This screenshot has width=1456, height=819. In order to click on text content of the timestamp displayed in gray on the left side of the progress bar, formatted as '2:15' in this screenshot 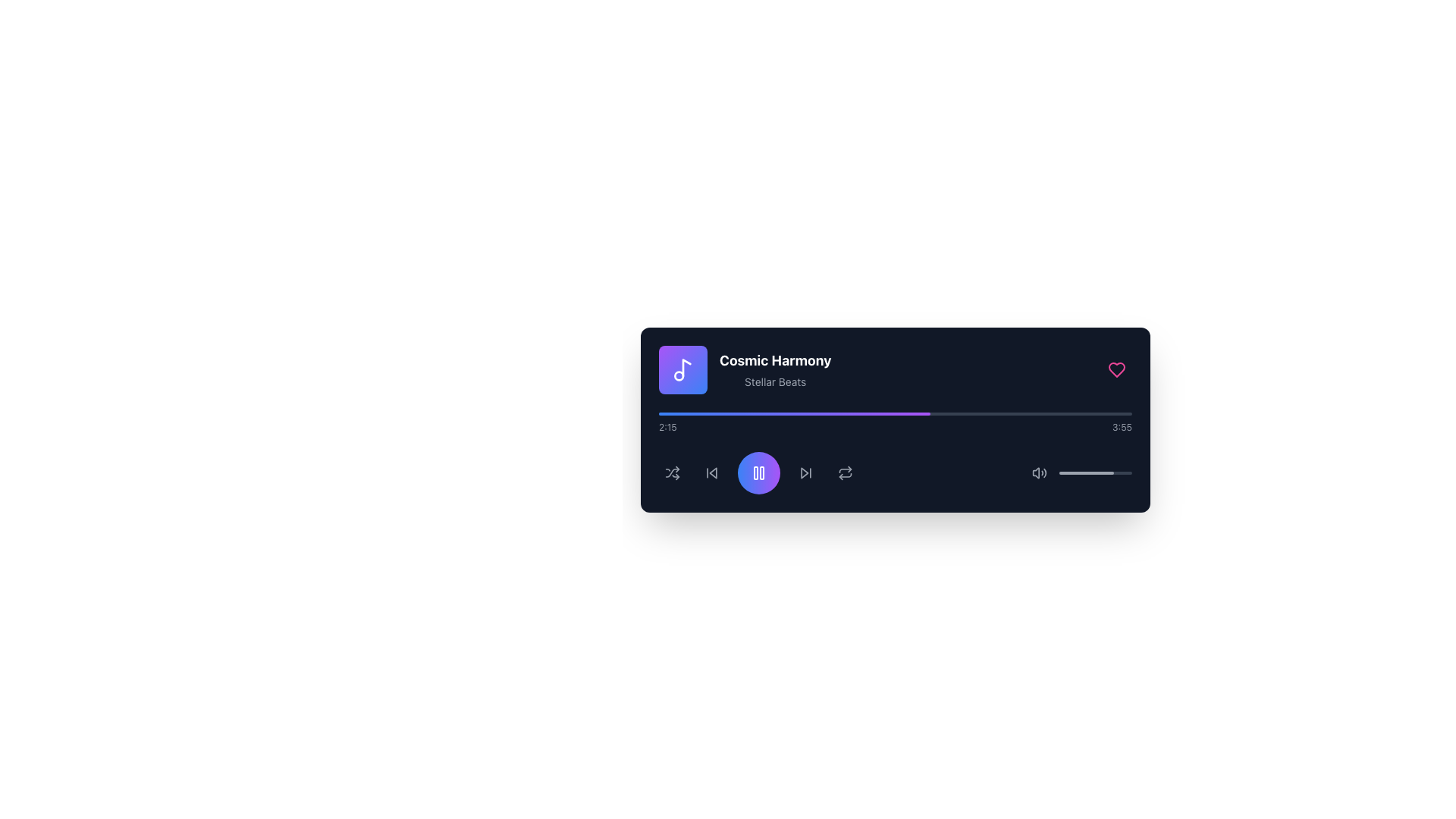, I will do `click(667, 427)`.